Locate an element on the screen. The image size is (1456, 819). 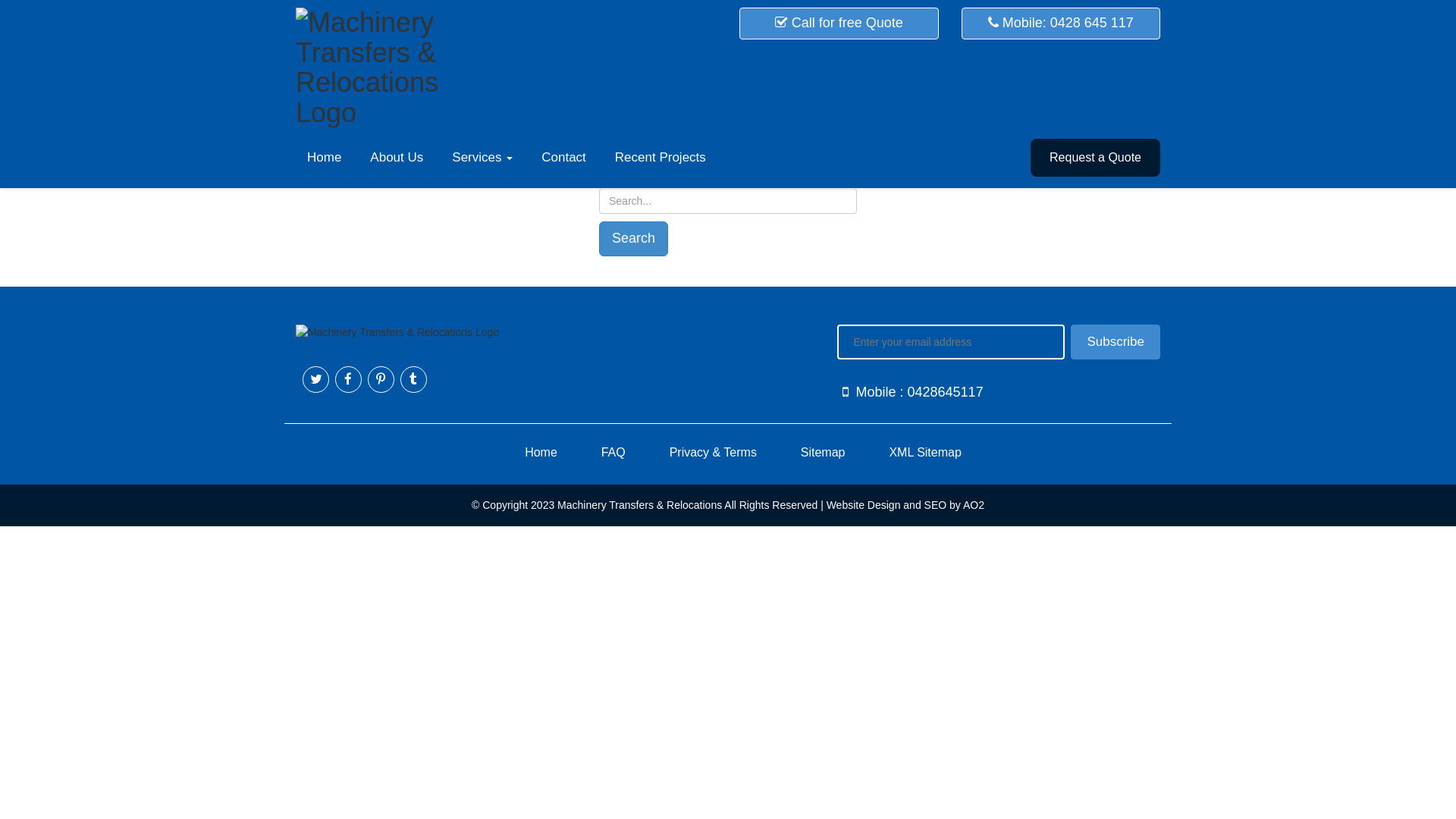
'FAQ' is located at coordinates (613, 451).